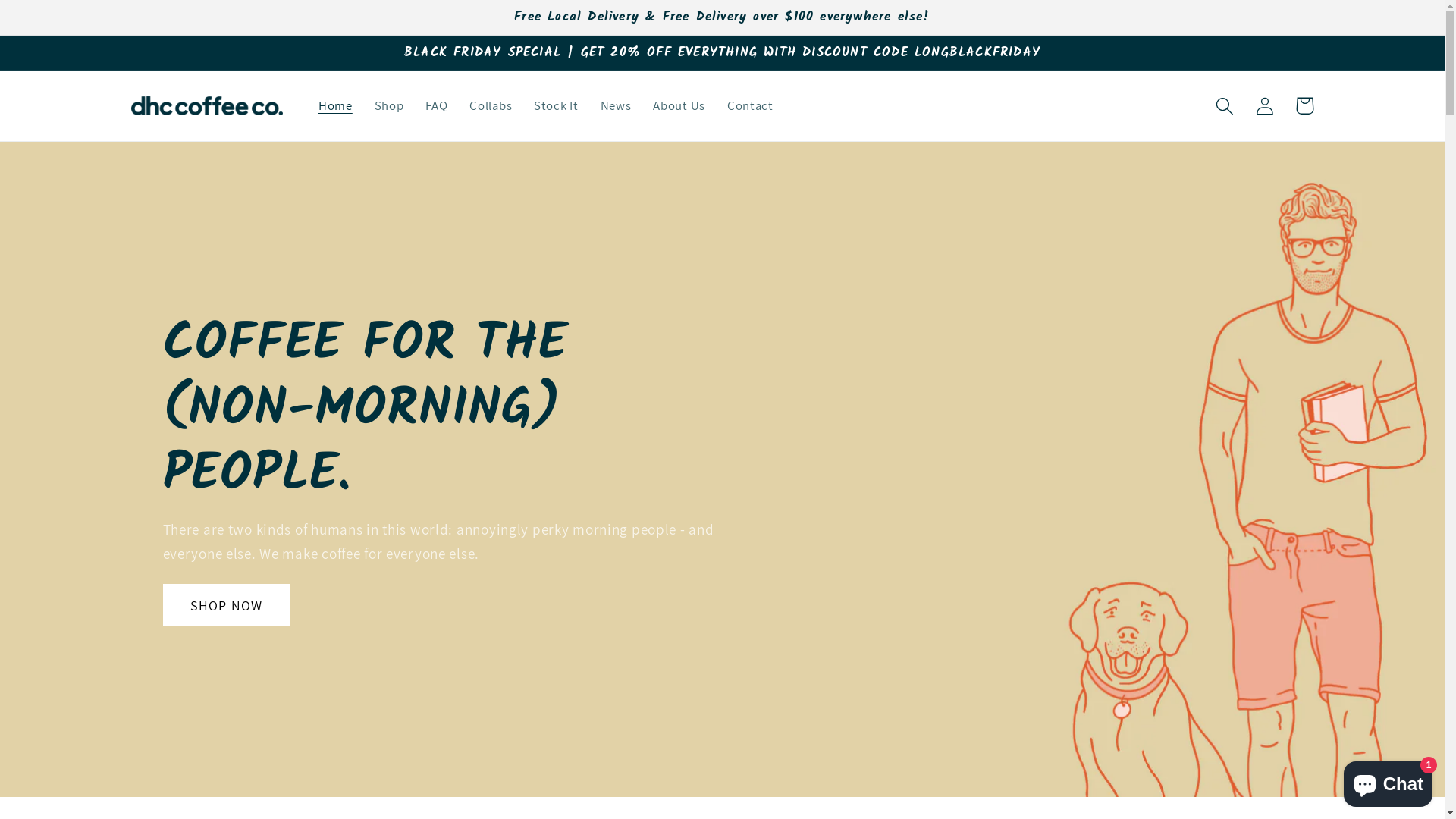  What do you see at coordinates (224, 604) in the screenshot?
I see `'SHOP NOW'` at bounding box center [224, 604].